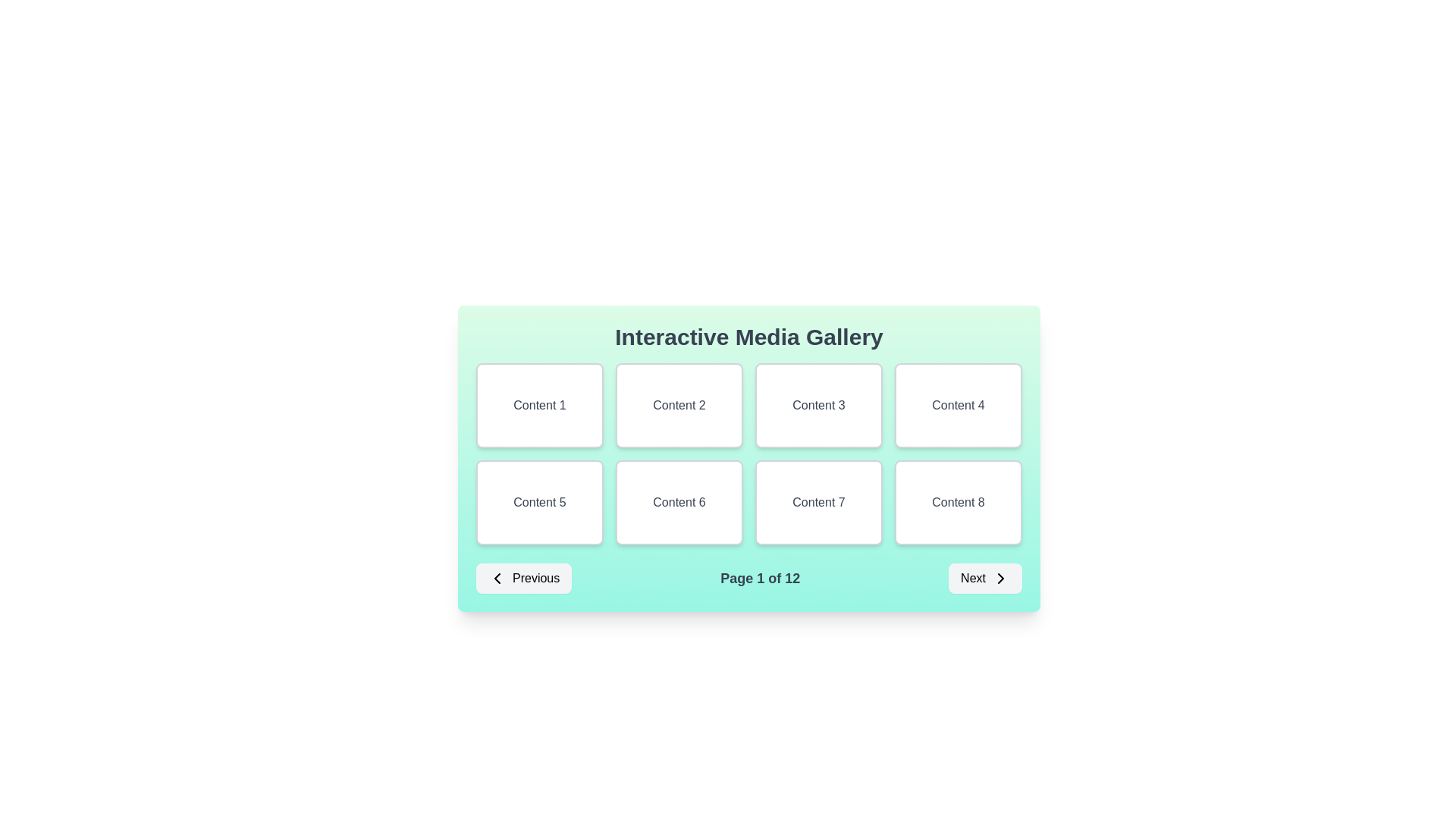  What do you see at coordinates (524, 579) in the screenshot?
I see `the navigation button located at the bottom-left corner of the pagination bar` at bounding box center [524, 579].